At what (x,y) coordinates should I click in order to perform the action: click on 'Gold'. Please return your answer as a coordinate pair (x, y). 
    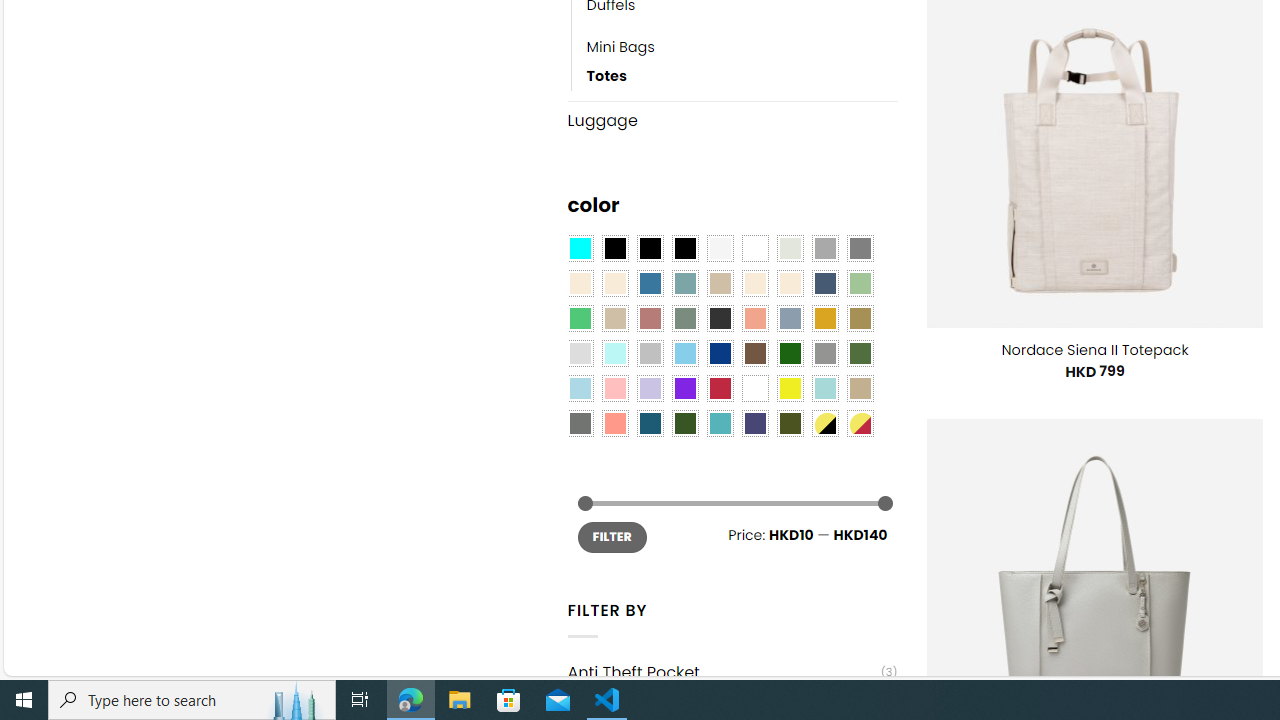
    Looking at the image, I should click on (824, 317).